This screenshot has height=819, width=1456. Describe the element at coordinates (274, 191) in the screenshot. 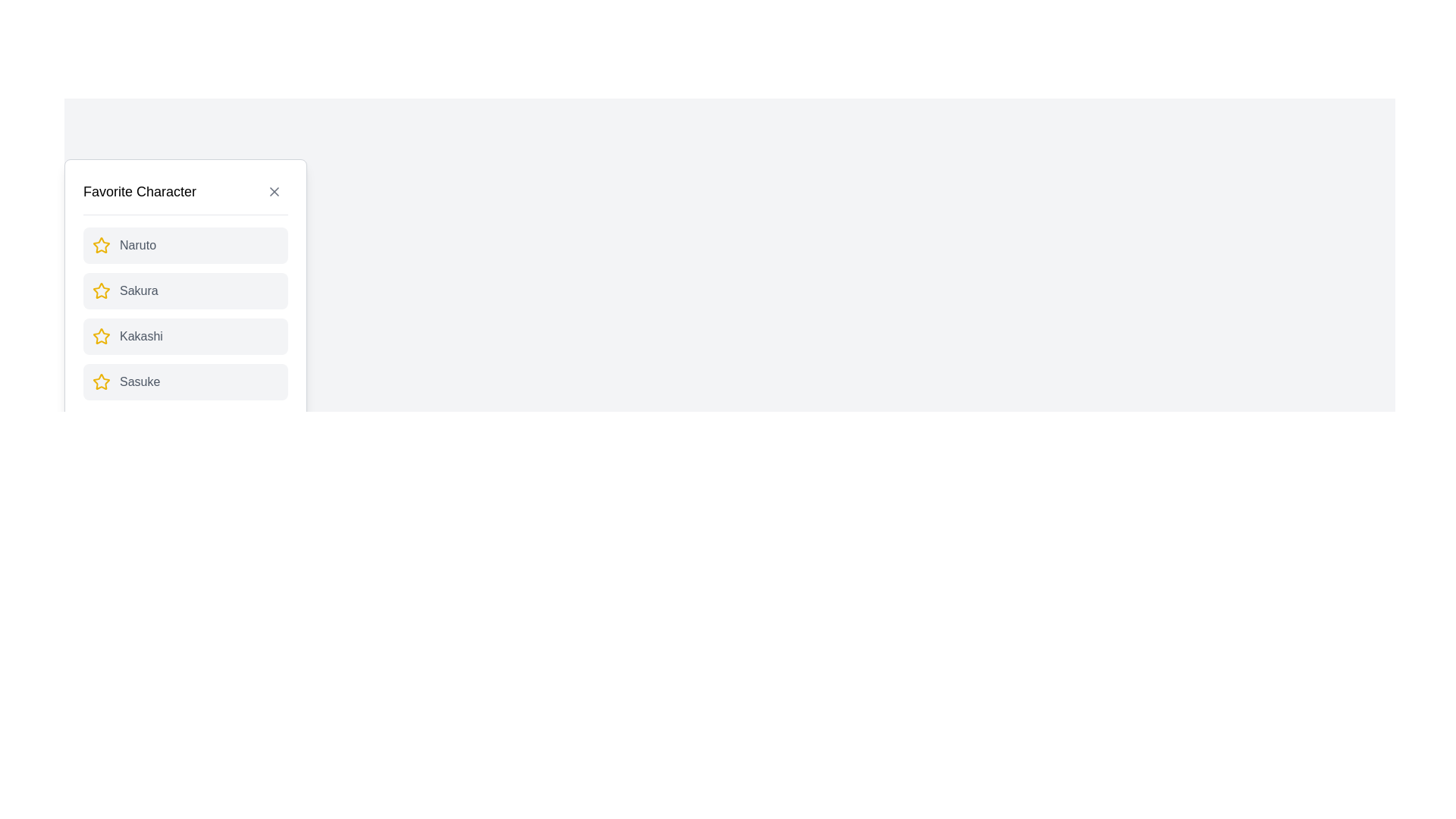

I see `the close or delete button located at the top-right corner of the 'Favorite Character' card` at that location.